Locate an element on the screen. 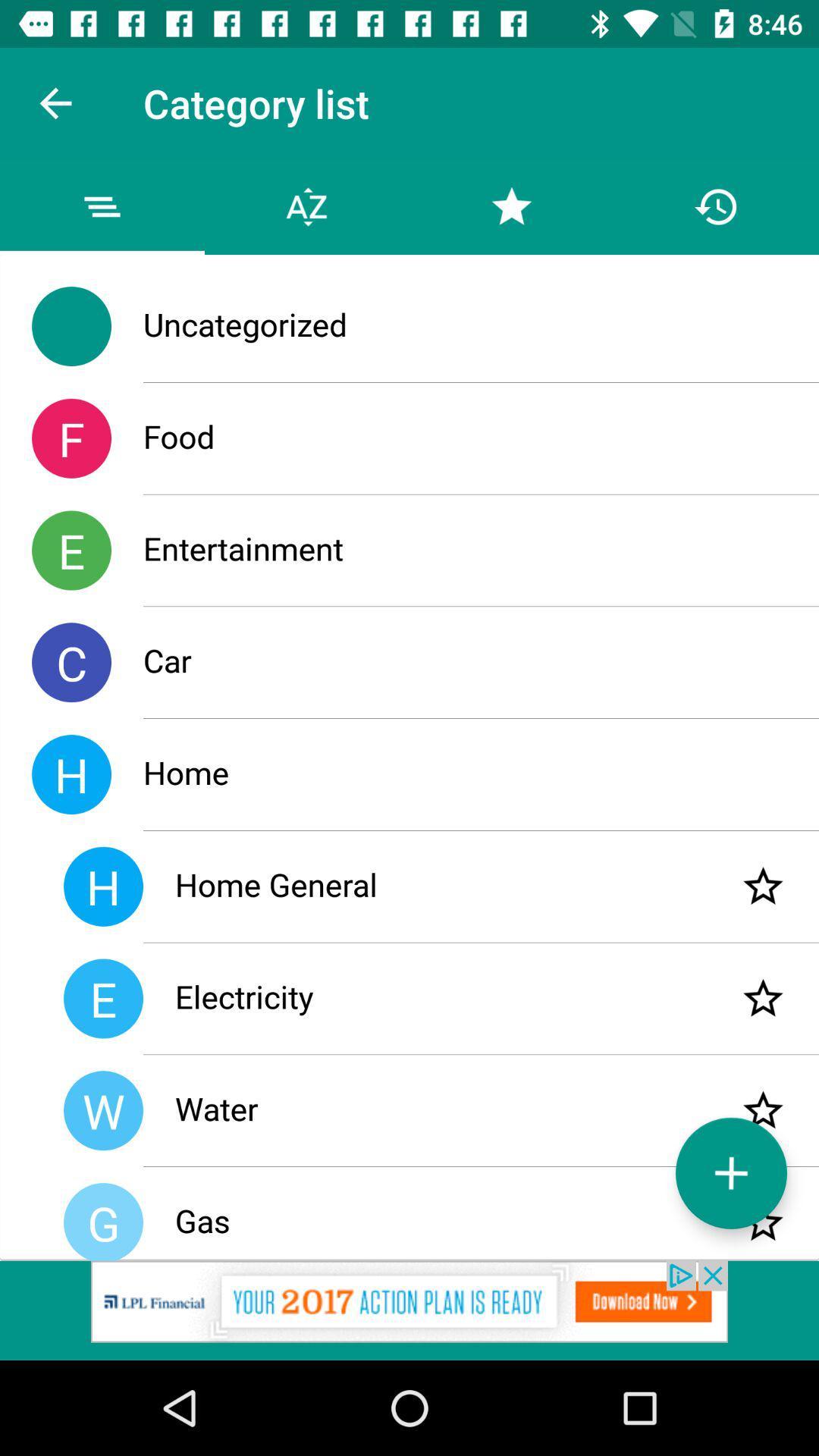 The height and width of the screenshot is (1456, 819). set as favourite is located at coordinates (763, 1110).